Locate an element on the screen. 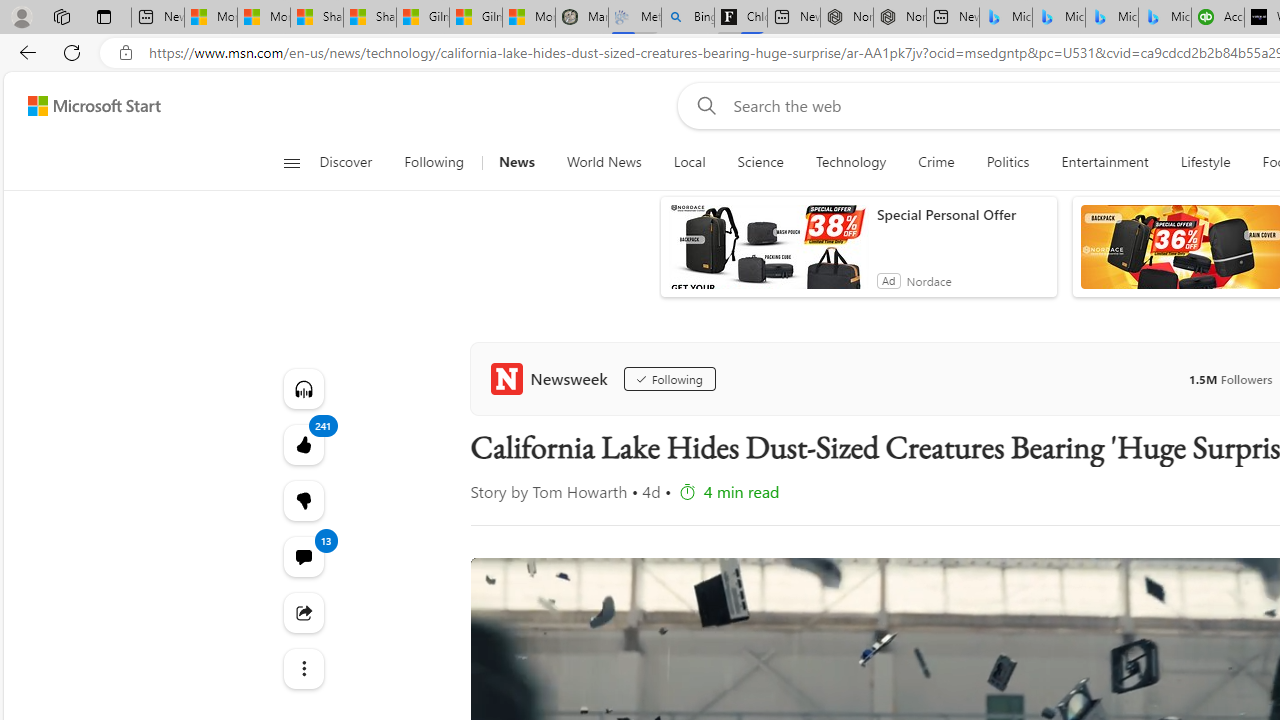 The width and height of the screenshot is (1280, 720). 'More like this241Fewer like thisView comments' is located at coordinates (302, 499).